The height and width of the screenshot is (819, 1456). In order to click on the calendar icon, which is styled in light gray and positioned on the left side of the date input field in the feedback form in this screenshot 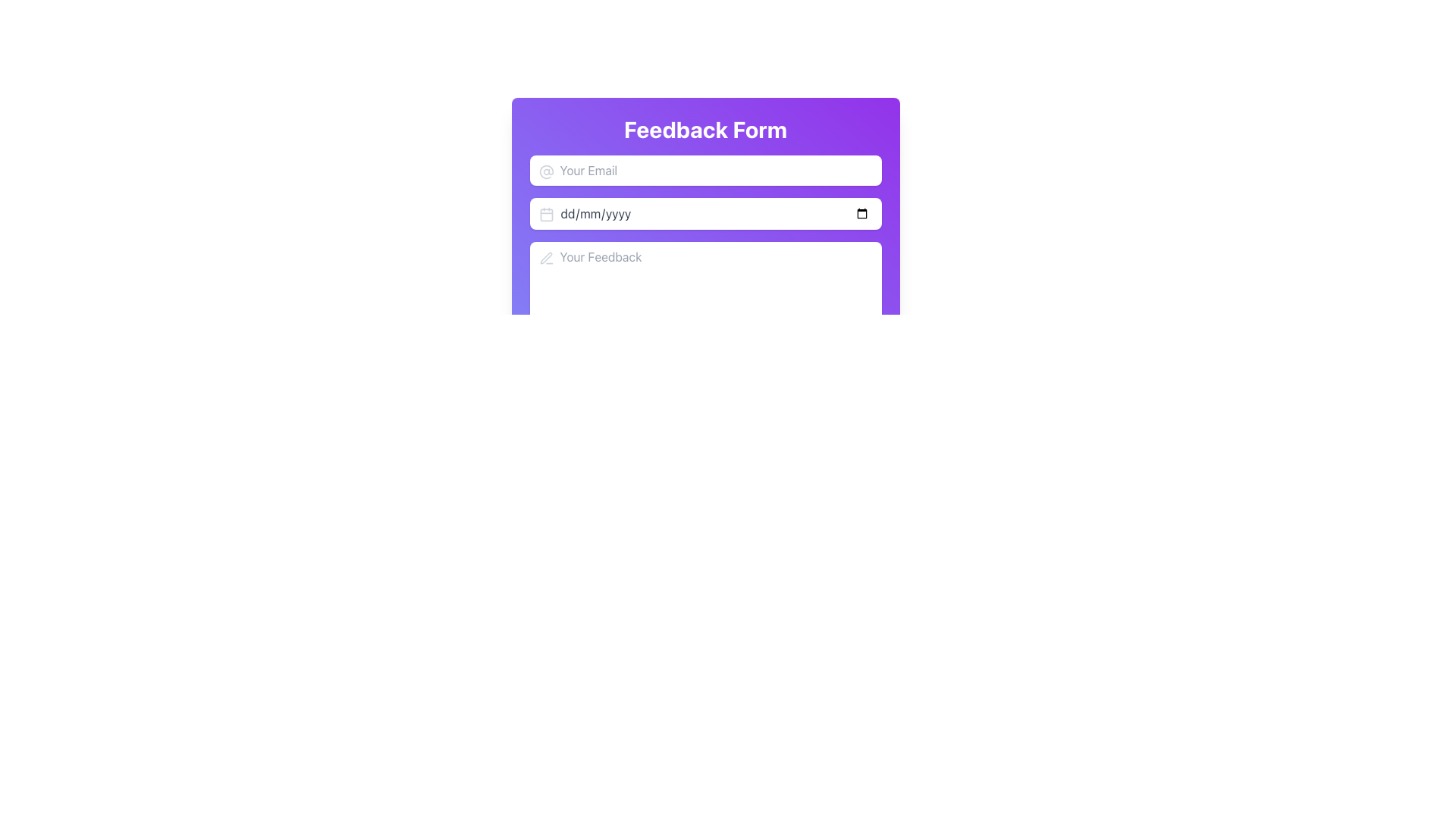, I will do `click(546, 214)`.